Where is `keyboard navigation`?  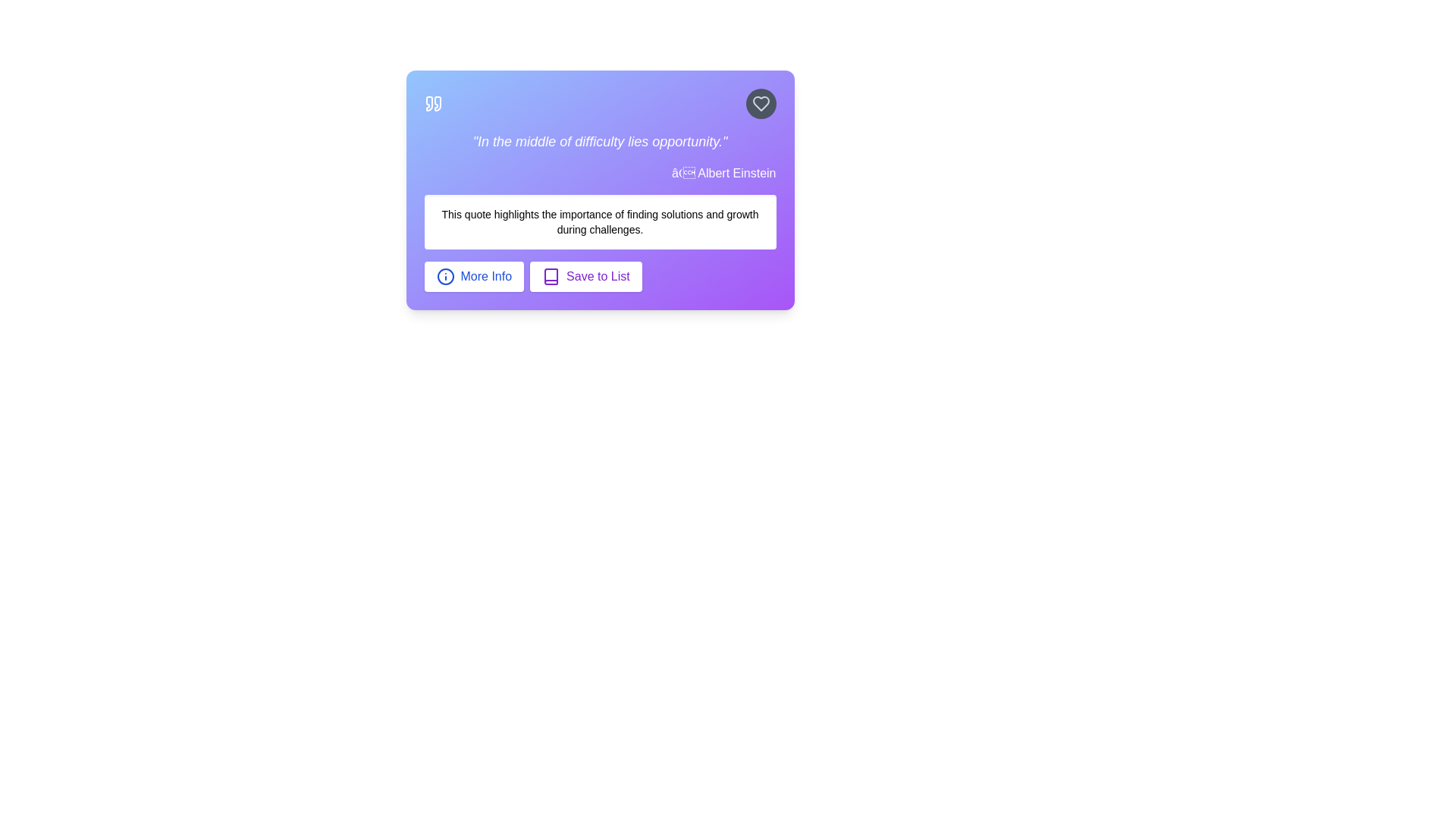 keyboard navigation is located at coordinates (473, 277).